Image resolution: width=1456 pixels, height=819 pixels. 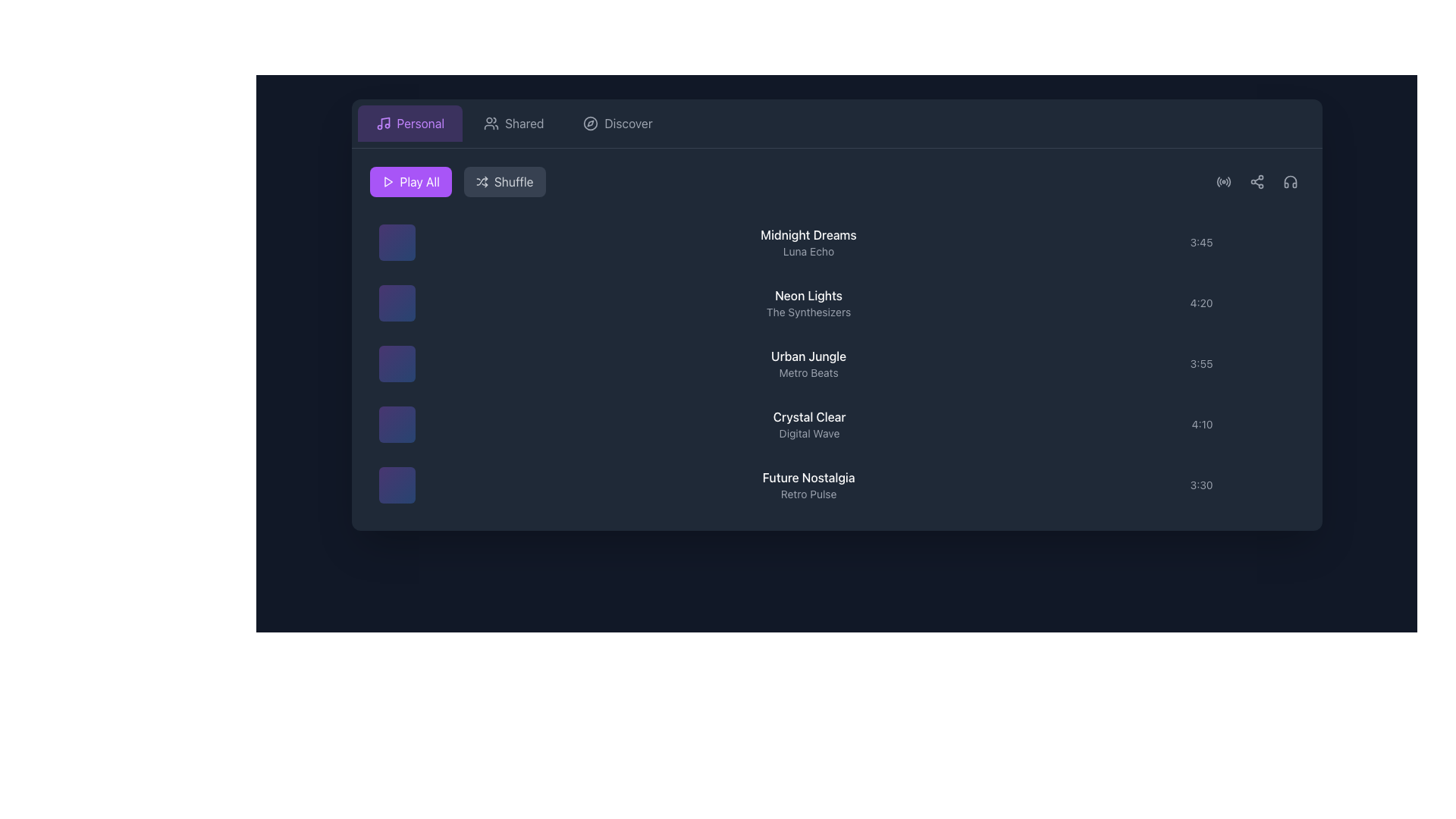 What do you see at coordinates (1289, 180) in the screenshot?
I see `the headphones icon button, which is the third icon in a horizontal sequence on the right side of the interface panel` at bounding box center [1289, 180].